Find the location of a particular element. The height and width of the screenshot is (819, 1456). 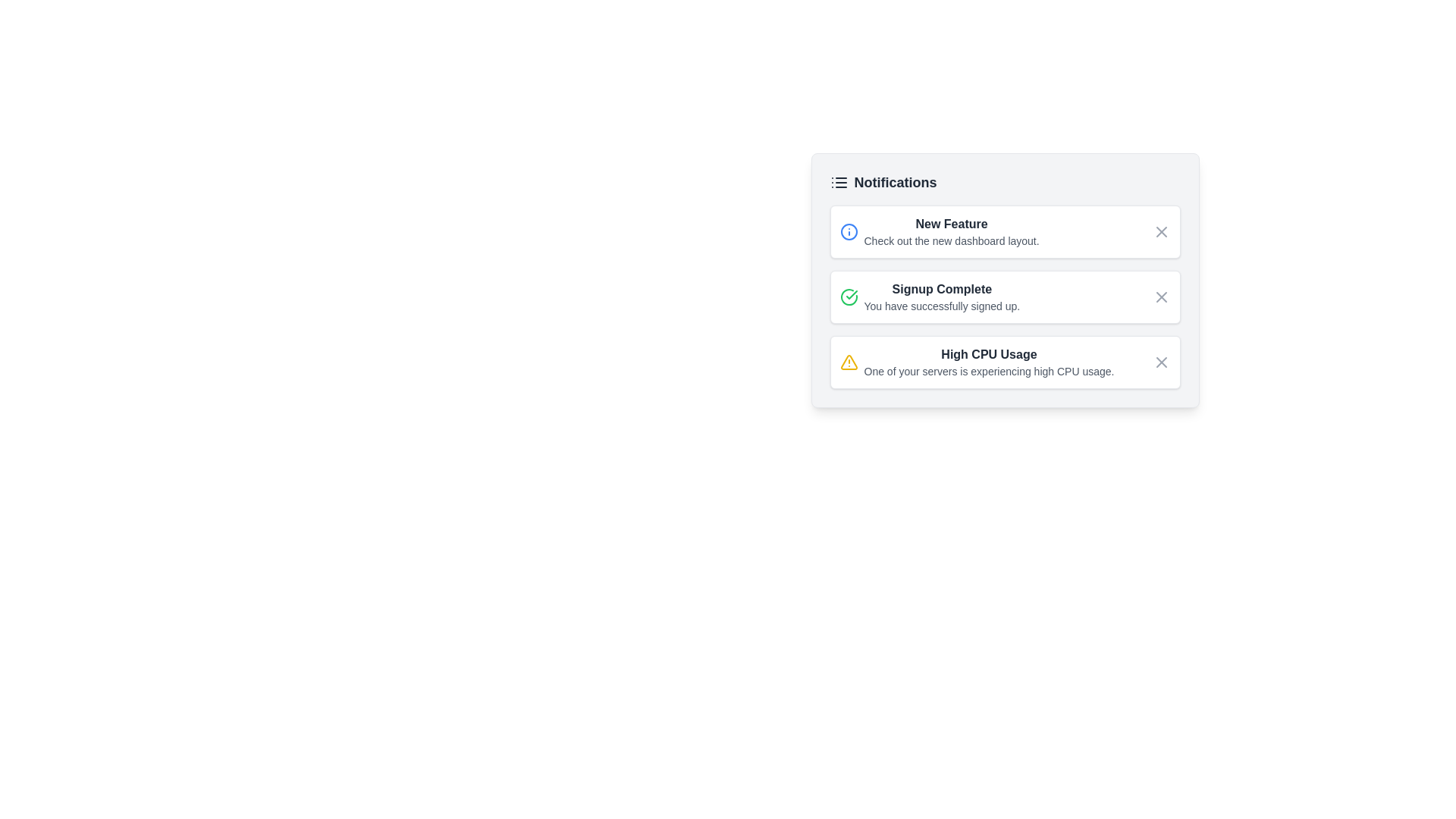

the Notification Block that informs users about the newly added dashboard layout update for accessibility navigation is located at coordinates (939, 231).